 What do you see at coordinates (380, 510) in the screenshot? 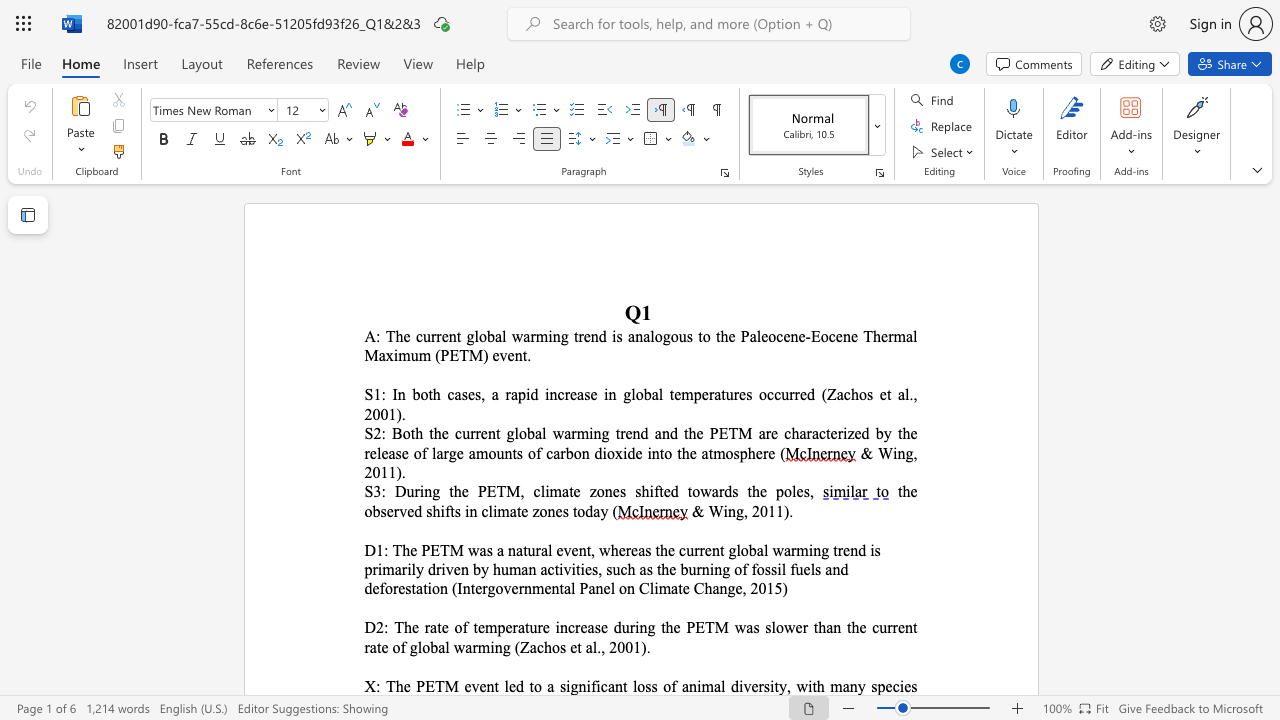
I see `the space between the continuous character "b" and "s" in the text` at bounding box center [380, 510].